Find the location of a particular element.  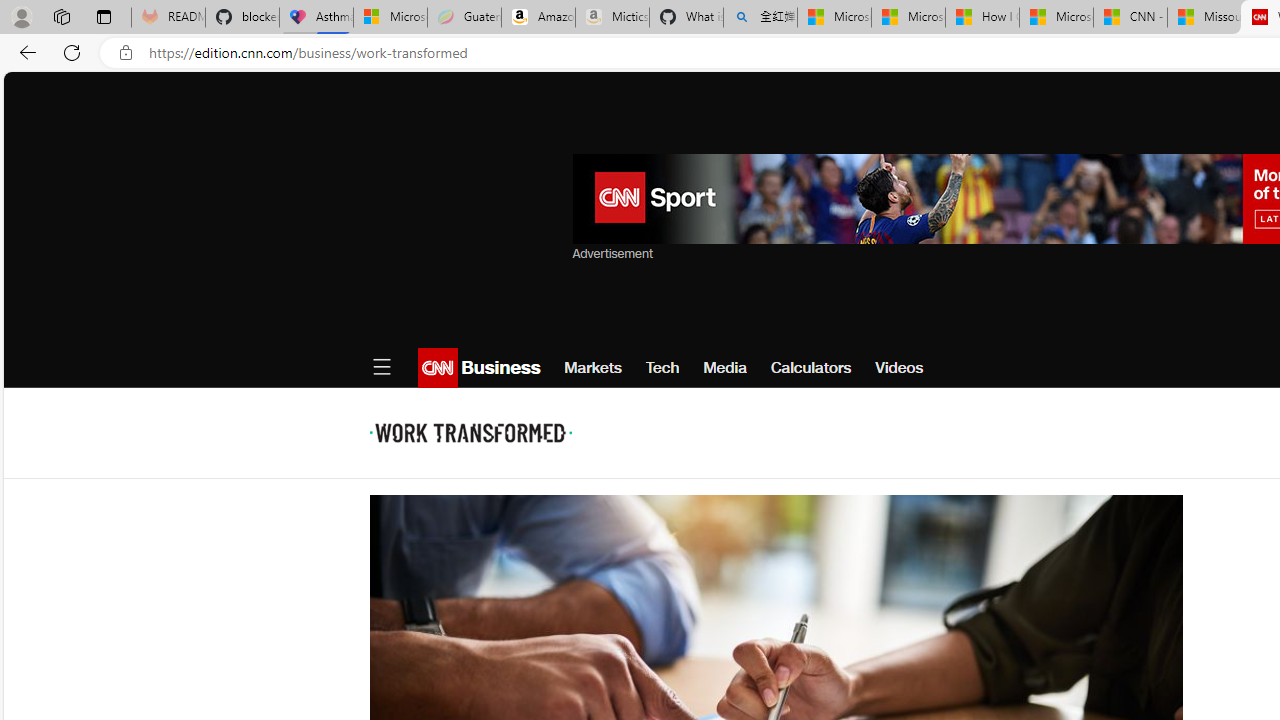

'How I Got Rid of Microsoft Edge' is located at coordinates (982, 17).